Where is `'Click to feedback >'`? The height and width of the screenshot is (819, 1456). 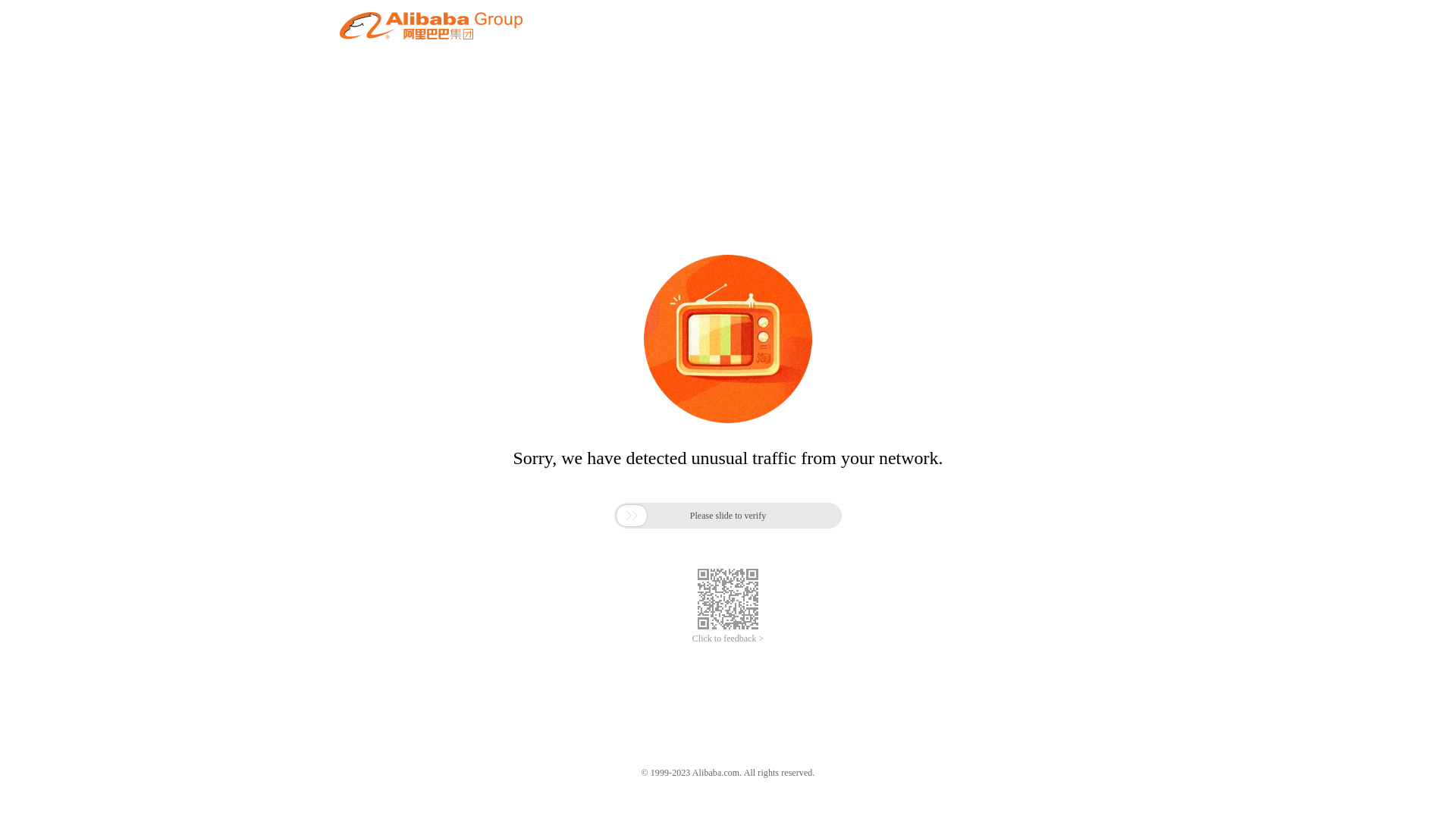
'Click to feedback >' is located at coordinates (728, 639).